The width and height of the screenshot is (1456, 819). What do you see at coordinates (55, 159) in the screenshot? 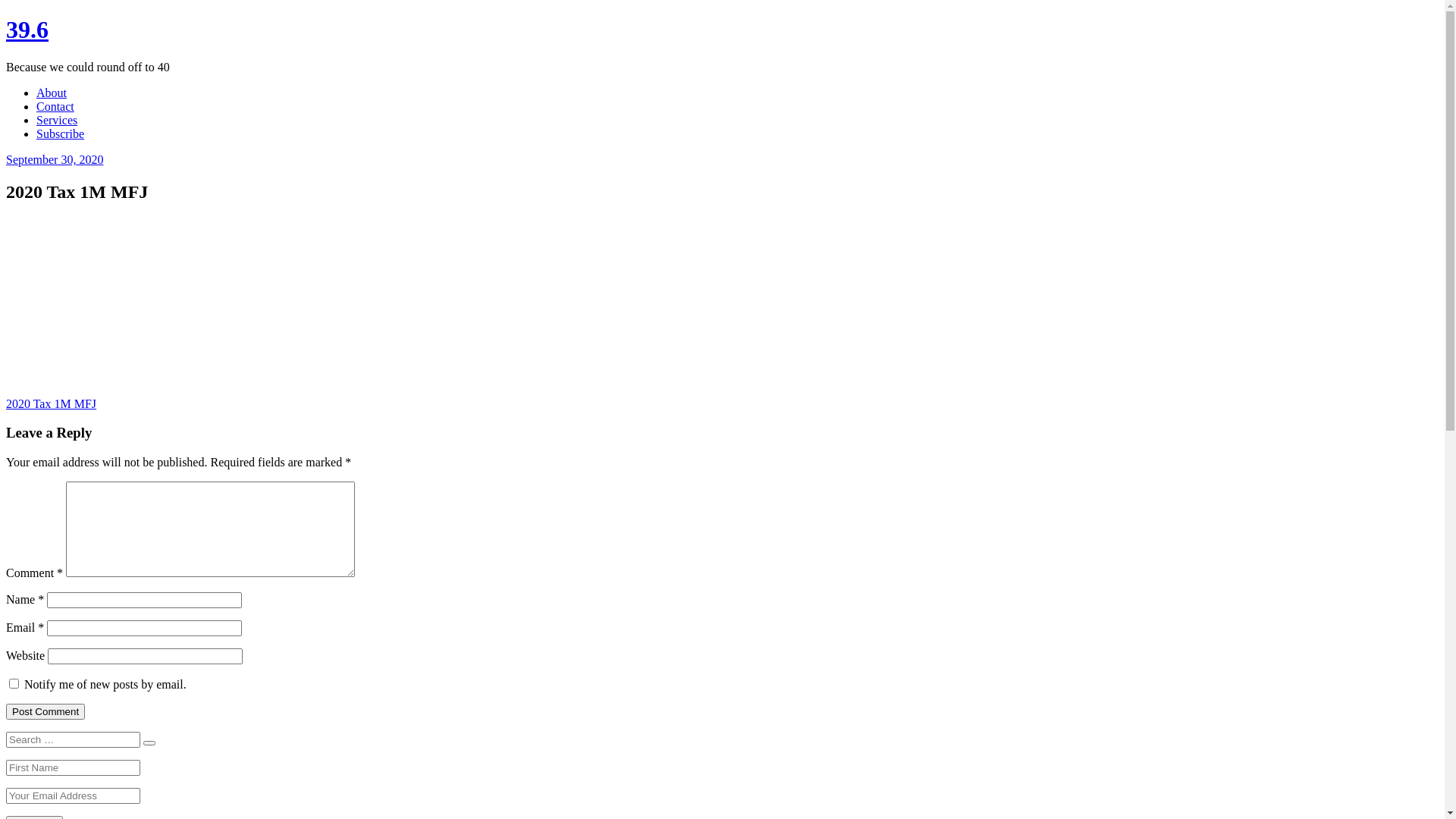
I see `'September 30, 2020'` at bounding box center [55, 159].